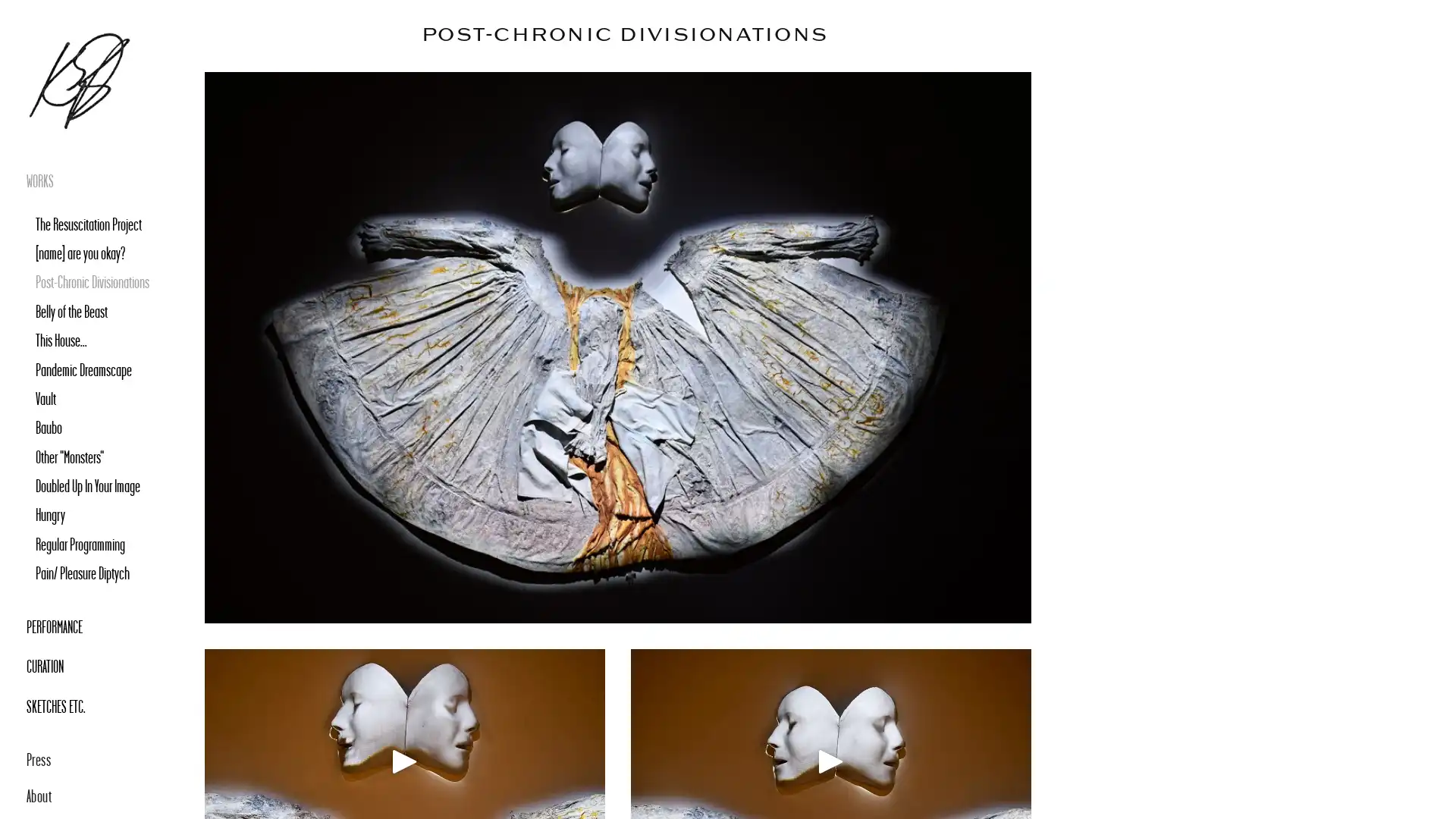 The width and height of the screenshot is (1456, 819). Describe the element at coordinates (830, 761) in the screenshot. I see `Play` at that location.